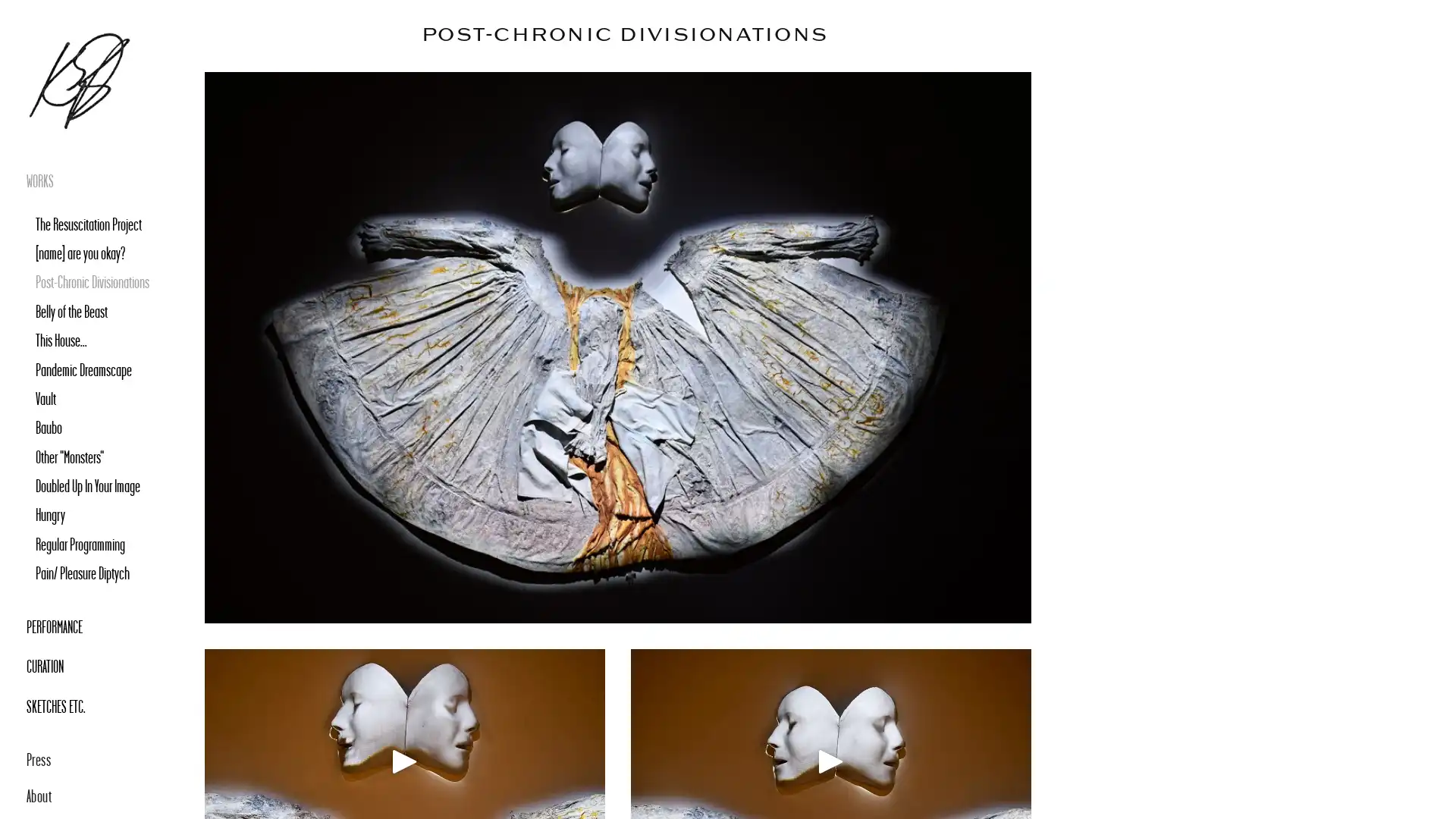 The width and height of the screenshot is (1456, 819). Describe the element at coordinates (830, 761) in the screenshot. I see `Play` at that location.